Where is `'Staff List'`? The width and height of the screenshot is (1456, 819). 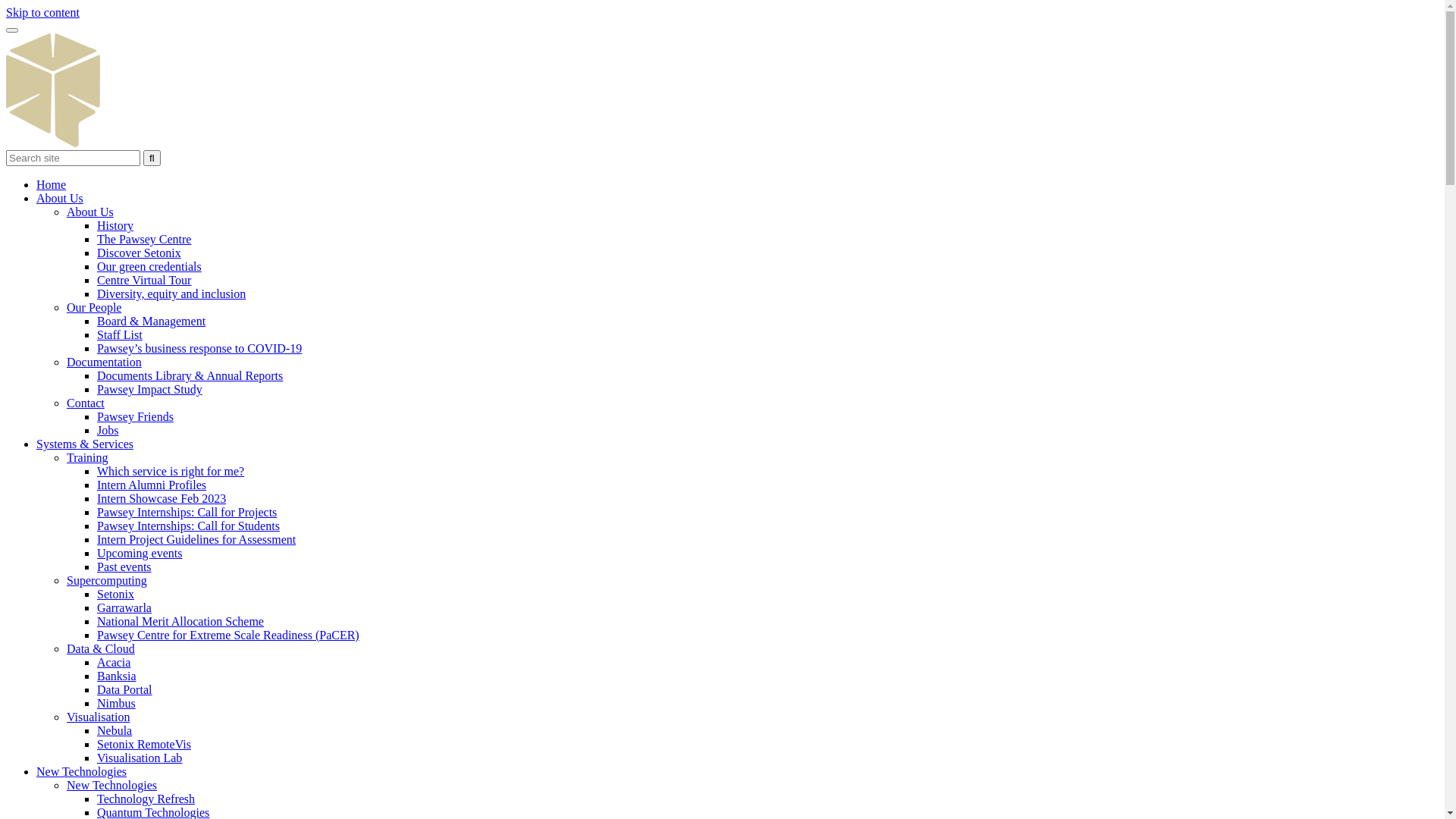
'Staff List' is located at coordinates (119, 334).